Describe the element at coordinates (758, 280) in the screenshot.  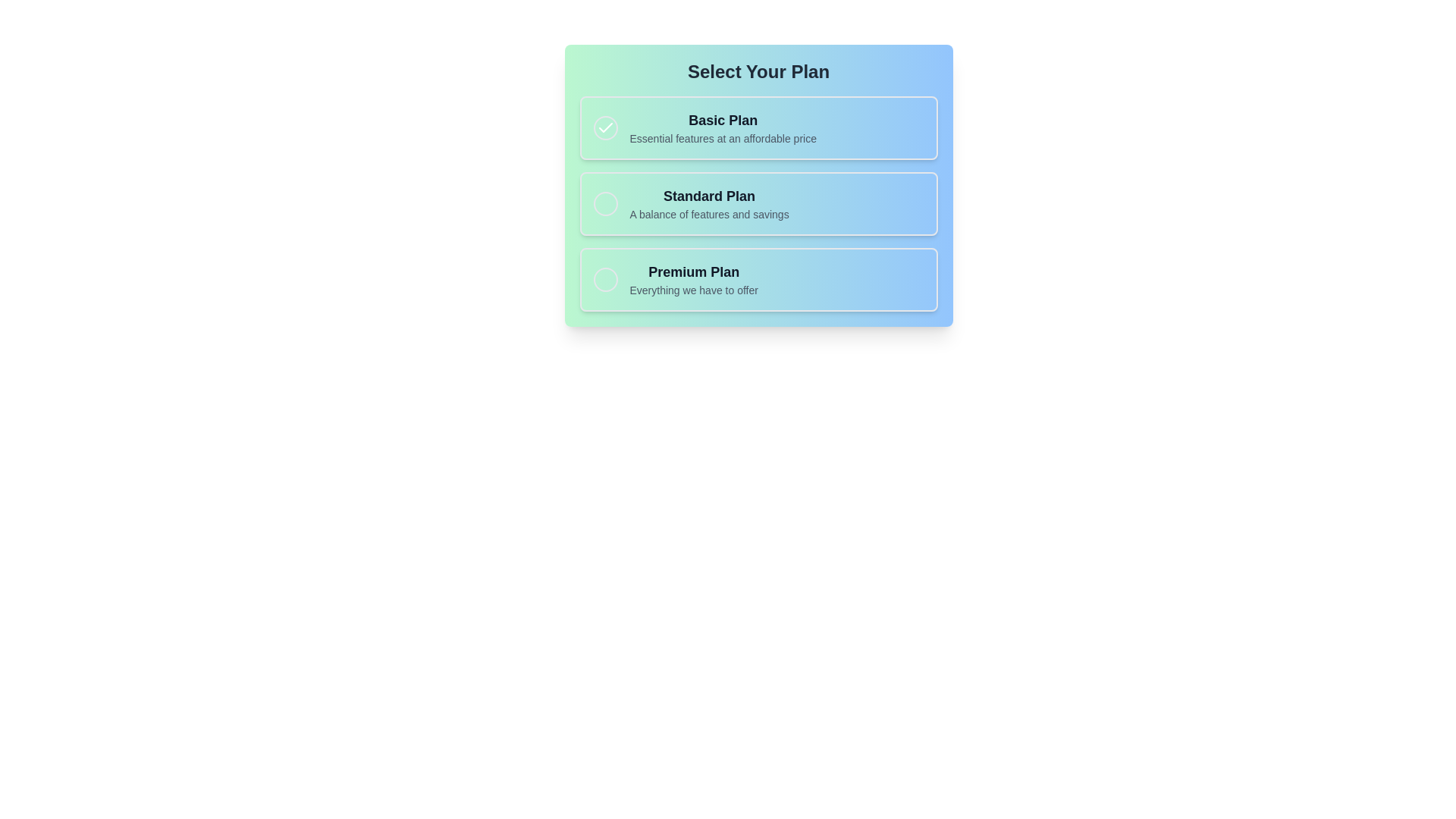
I see `the selectable card for the Premium subscription plan, which is the last option in a vertical list of three plans` at that location.